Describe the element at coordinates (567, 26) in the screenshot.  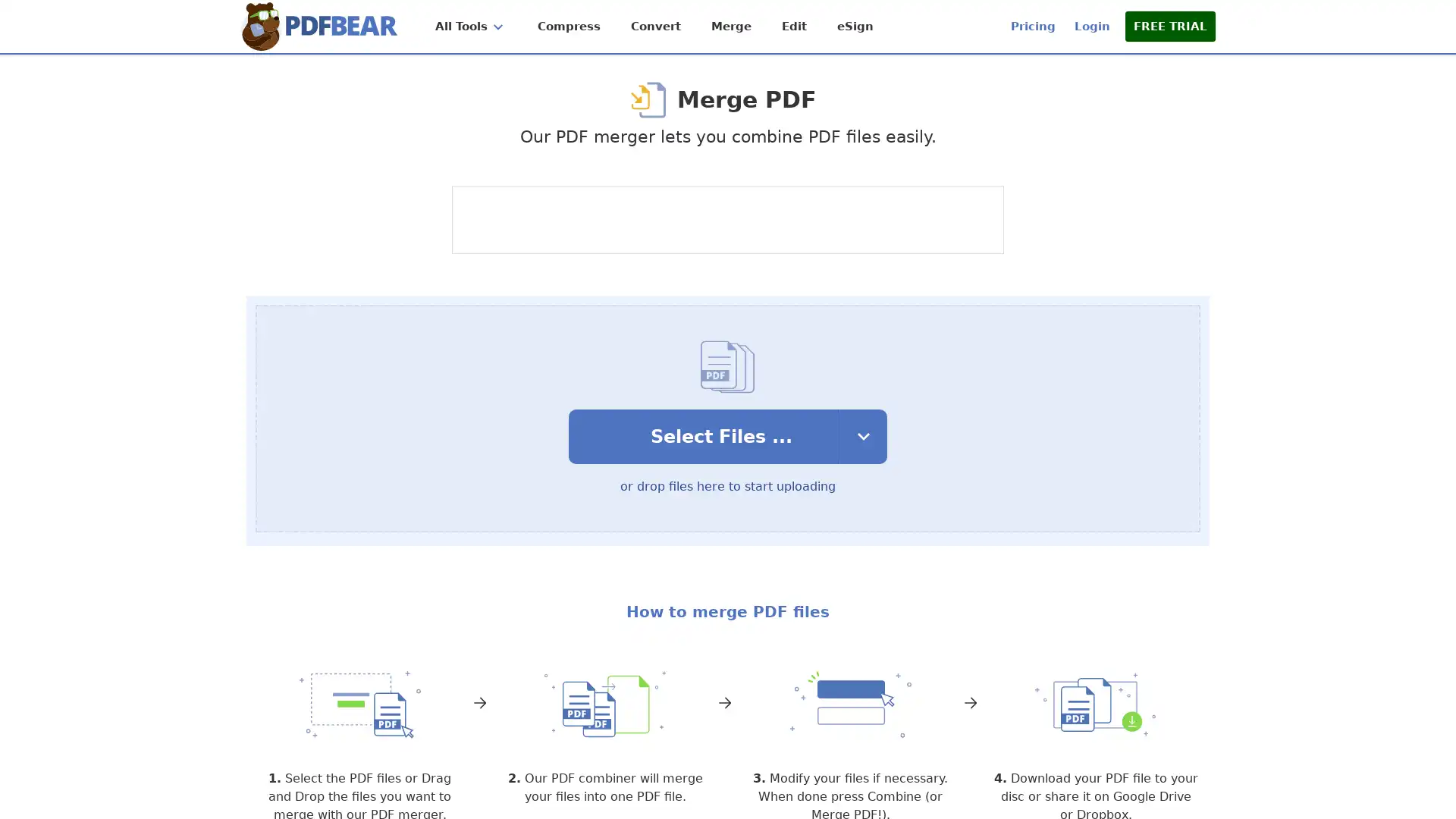
I see `Compress` at that location.